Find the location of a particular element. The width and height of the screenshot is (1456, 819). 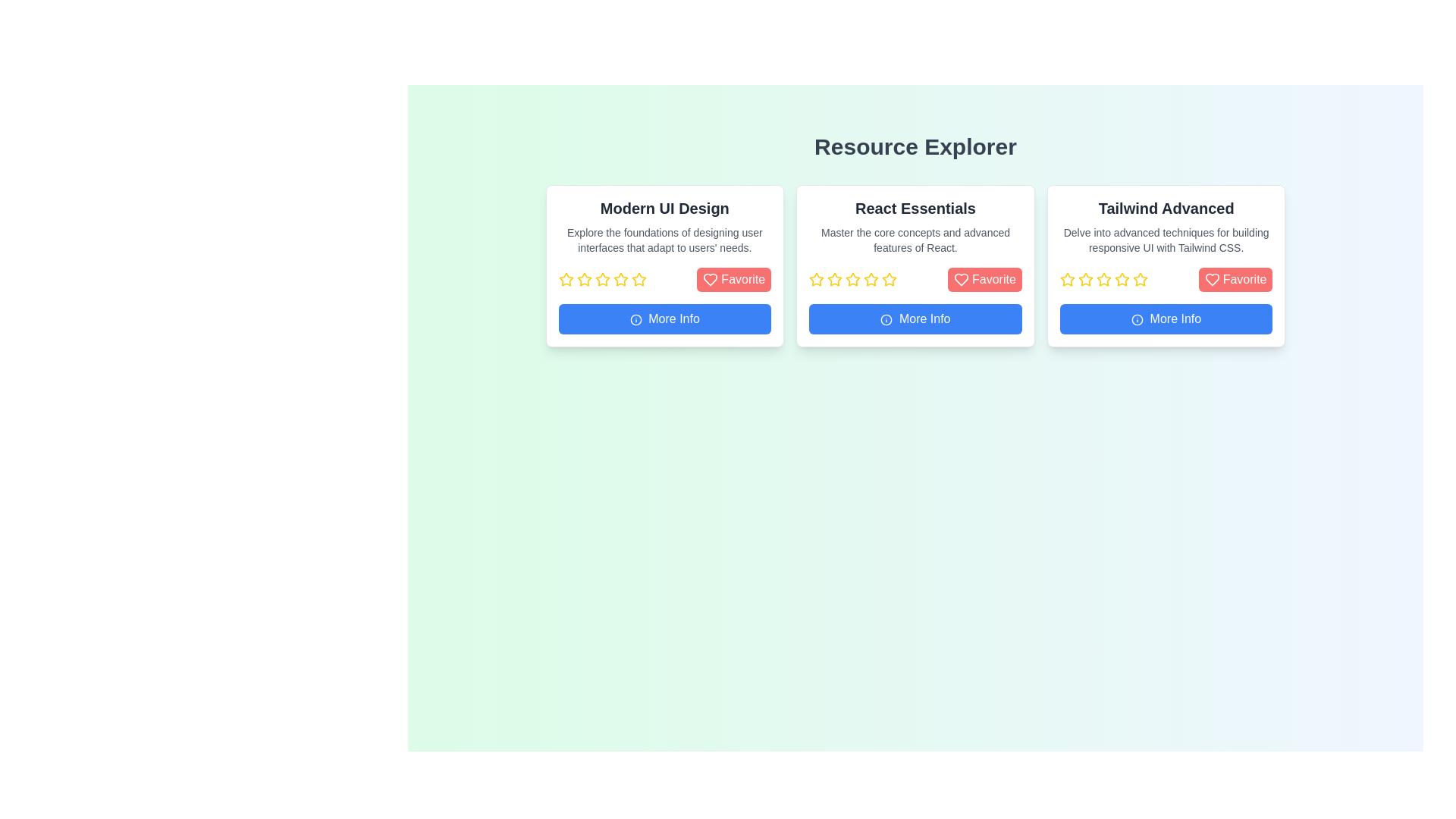

the heart-shaped icon inside the 'Favorite' button located in the 'React Essentials' card, which is the second card from the left is located at coordinates (960, 280).